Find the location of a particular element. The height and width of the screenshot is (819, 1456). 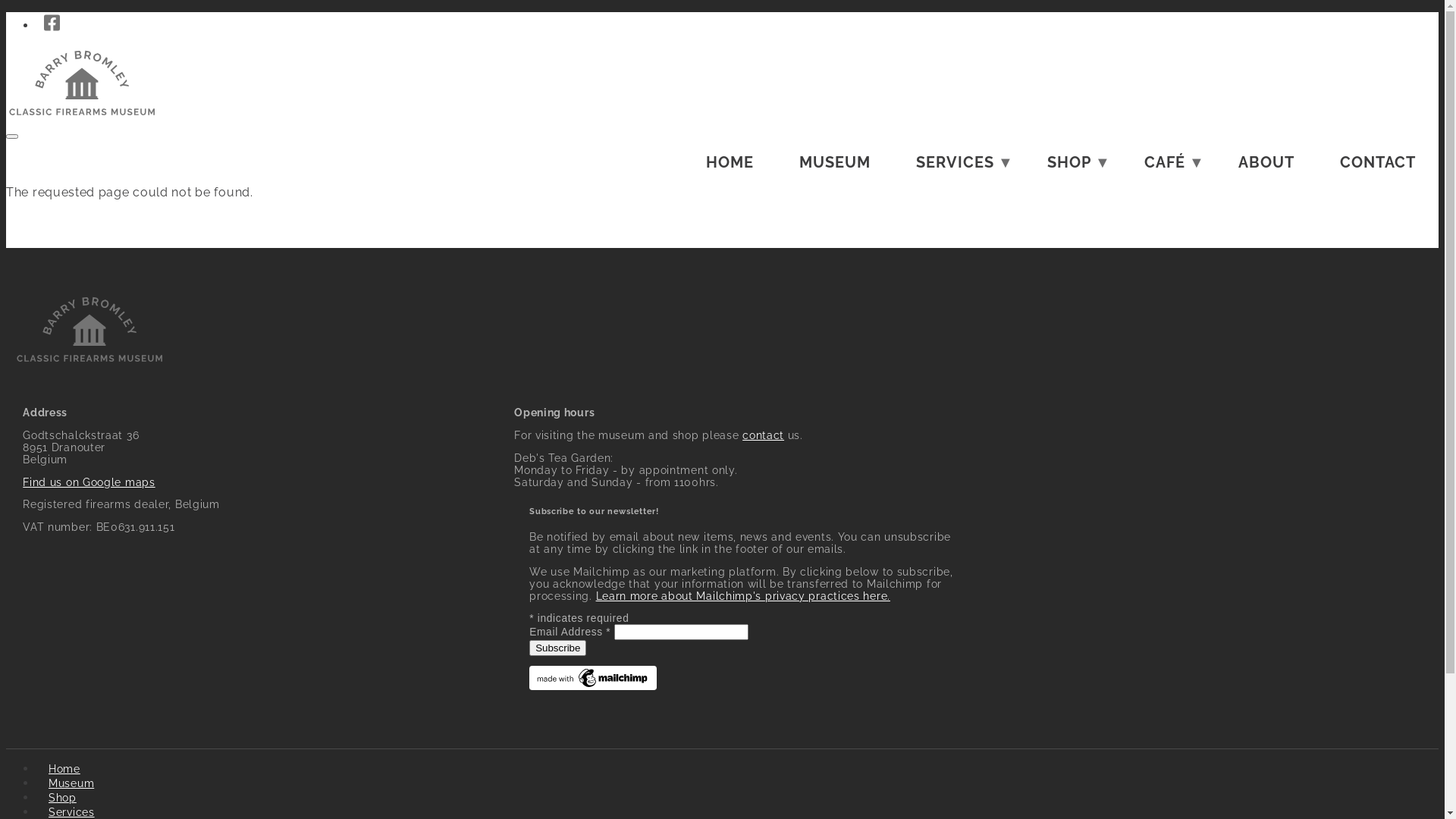

'Mailchimp - email marketing made easy and fun' is located at coordinates (529, 686).